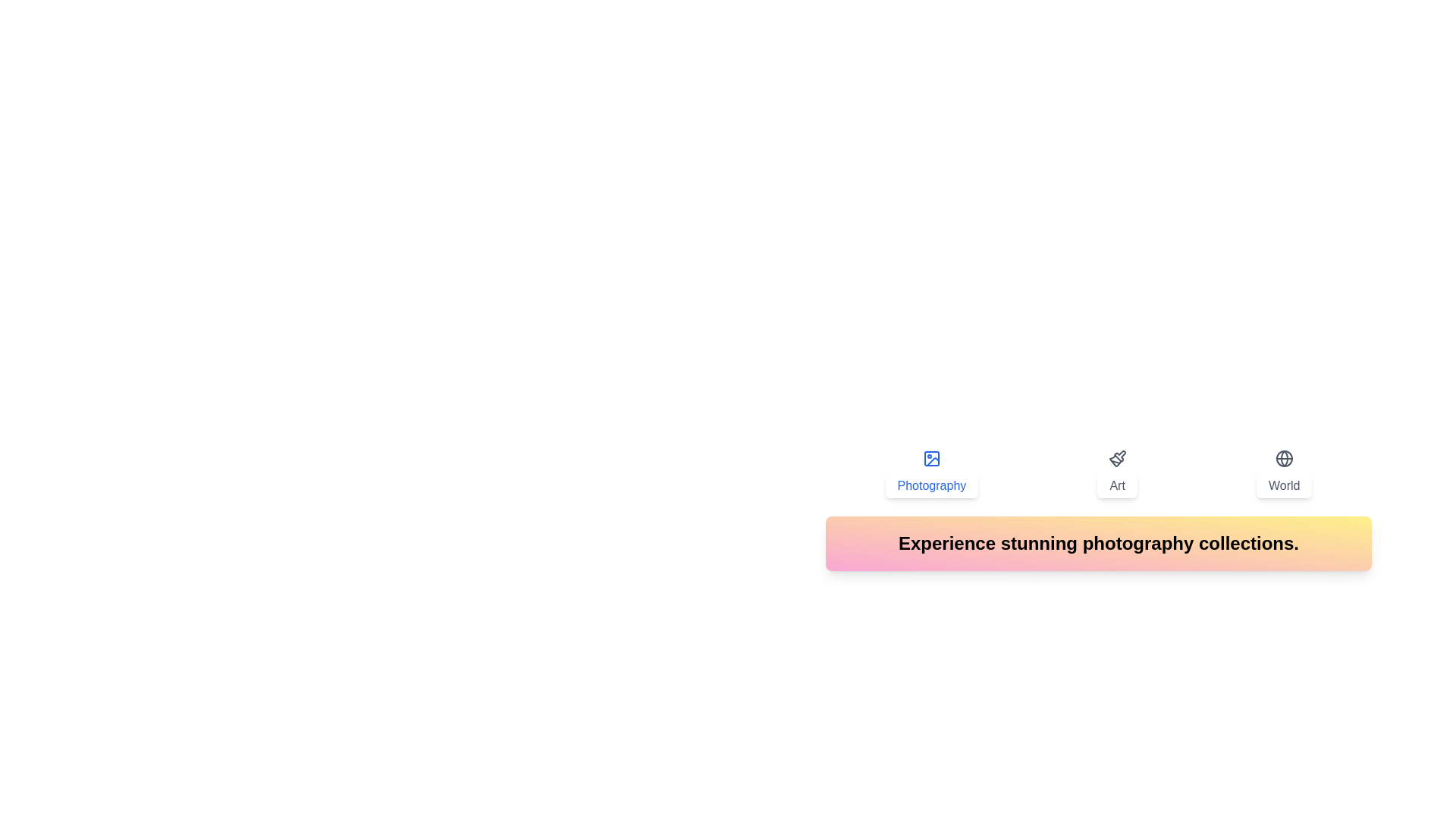 Image resolution: width=1456 pixels, height=819 pixels. I want to click on the icon of the Art tab to activate it, so click(1117, 458).